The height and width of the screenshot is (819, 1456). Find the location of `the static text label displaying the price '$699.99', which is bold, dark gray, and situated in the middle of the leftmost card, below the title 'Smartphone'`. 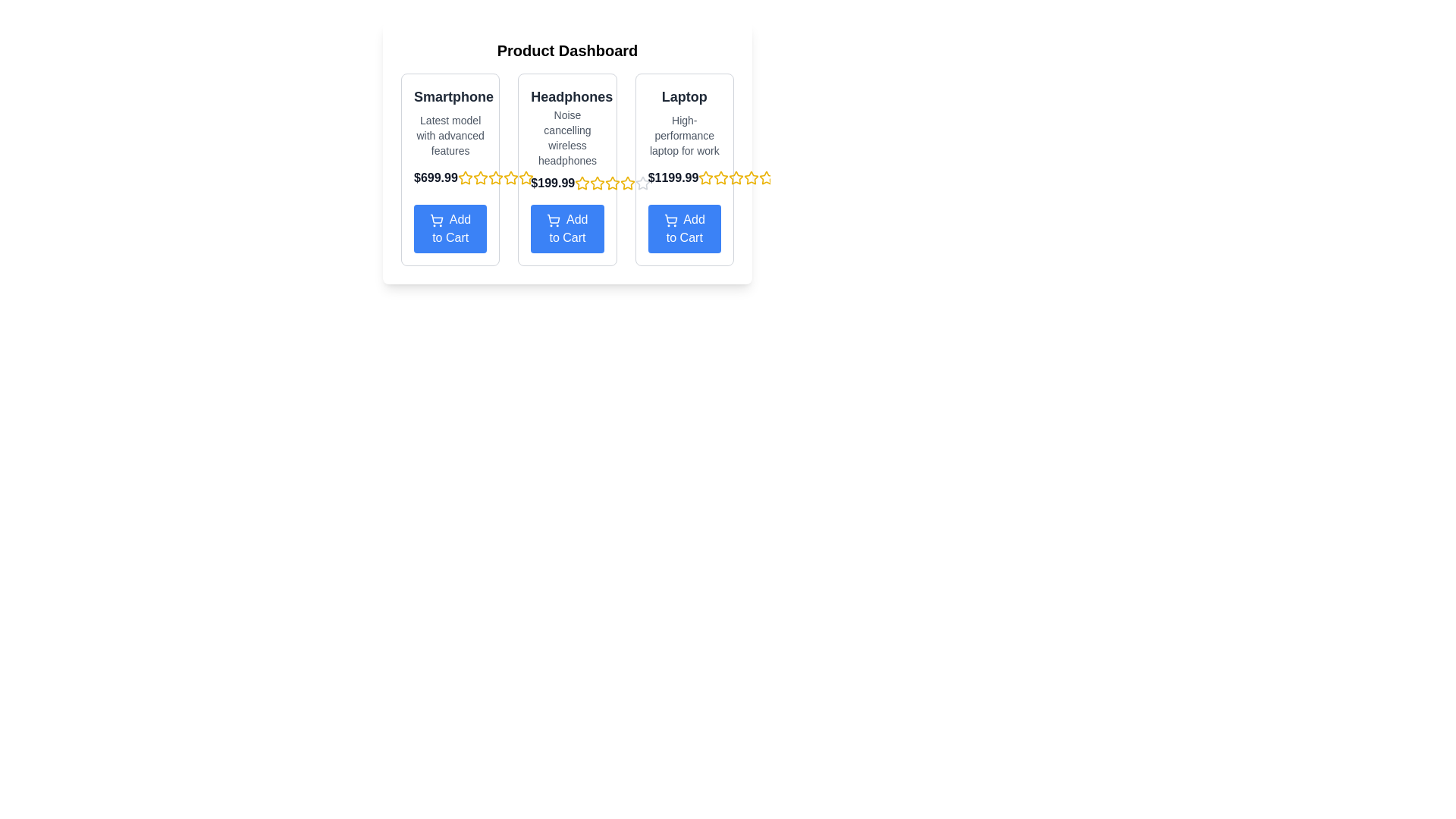

the static text label displaying the price '$699.99', which is bold, dark gray, and situated in the middle of the leftmost card, below the title 'Smartphone' is located at coordinates (435, 177).